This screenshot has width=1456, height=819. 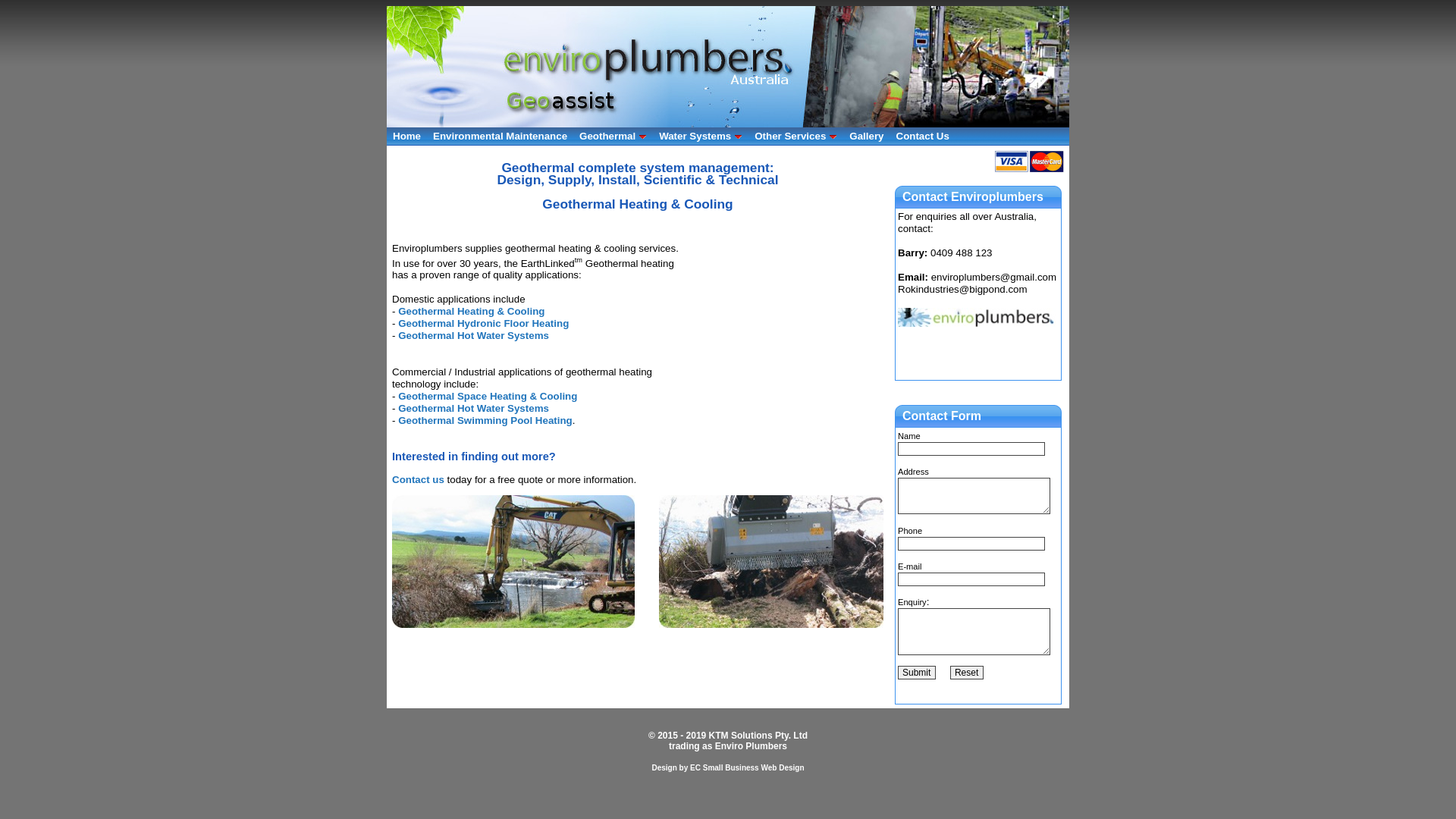 I want to click on 'Geothermal Space Heating & Cooling', so click(x=397, y=395).